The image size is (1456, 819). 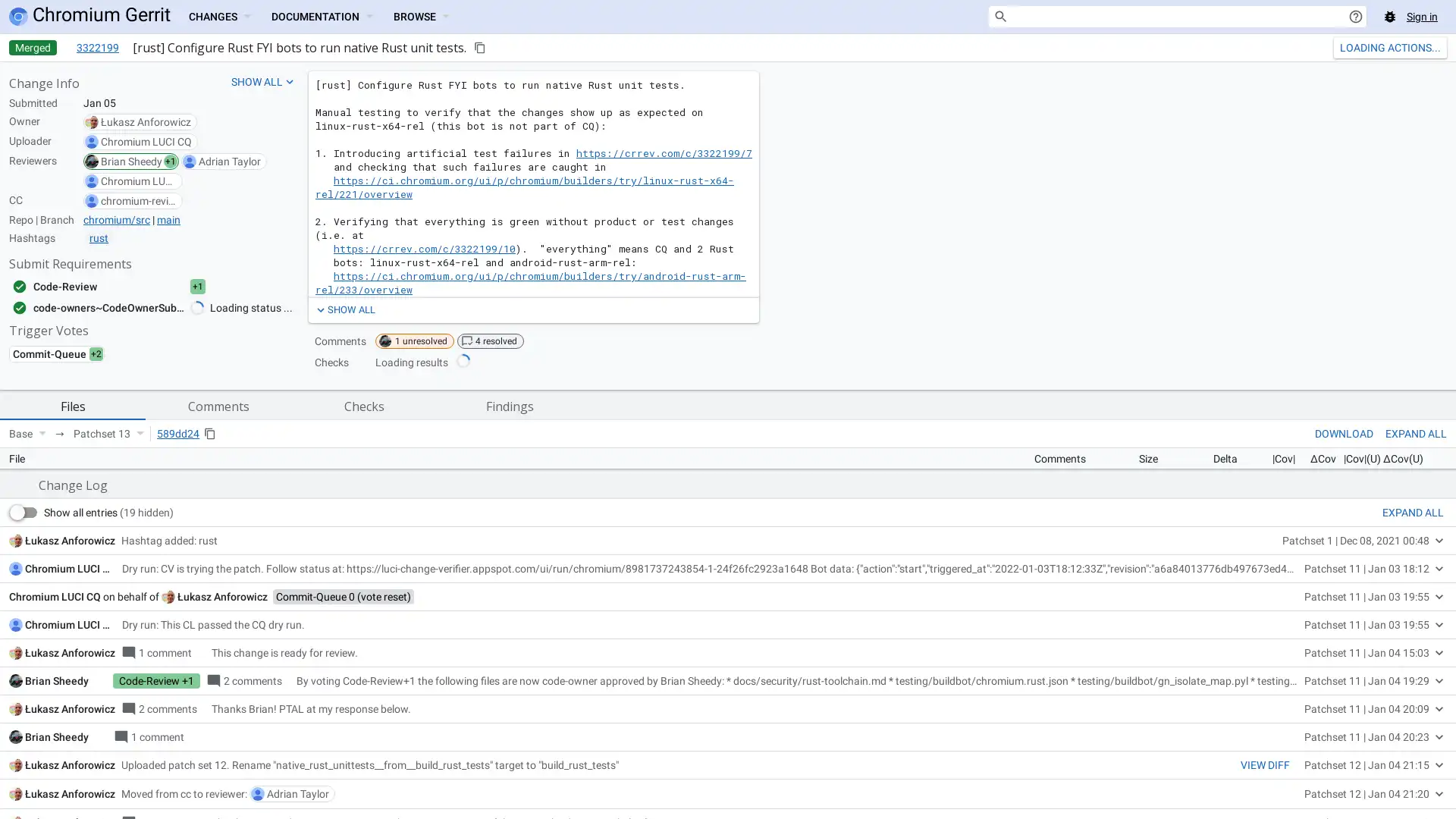 What do you see at coordinates (138, 200) in the screenshot?
I see `chromium-reviews@chromium.org` at bounding box center [138, 200].